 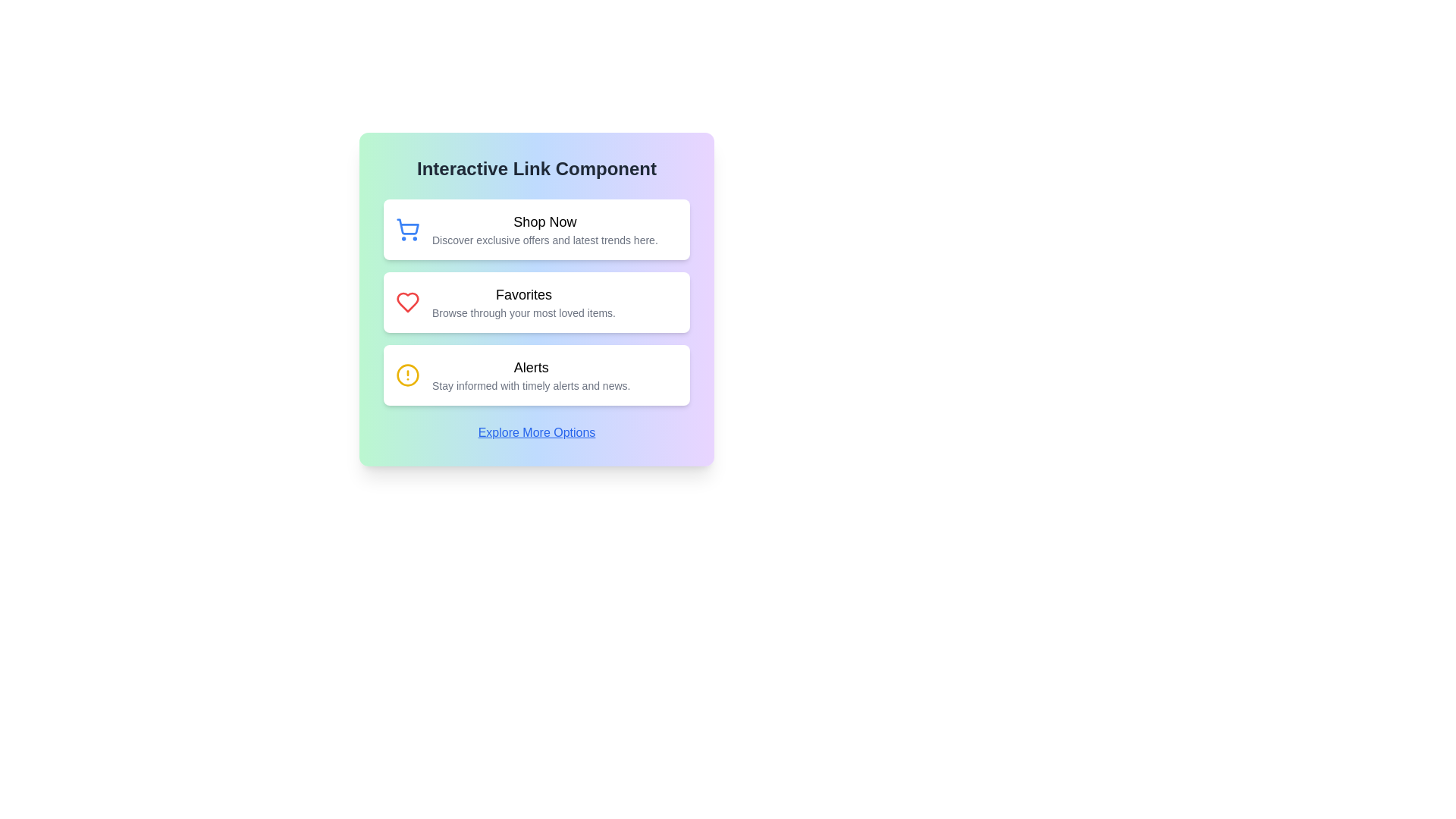 What do you see at coordinates (537, 230) in the screenshot?
I see `the navigational button at the top of the vertical stack of interactive options, which redirects` at bounding box center [537, 230].